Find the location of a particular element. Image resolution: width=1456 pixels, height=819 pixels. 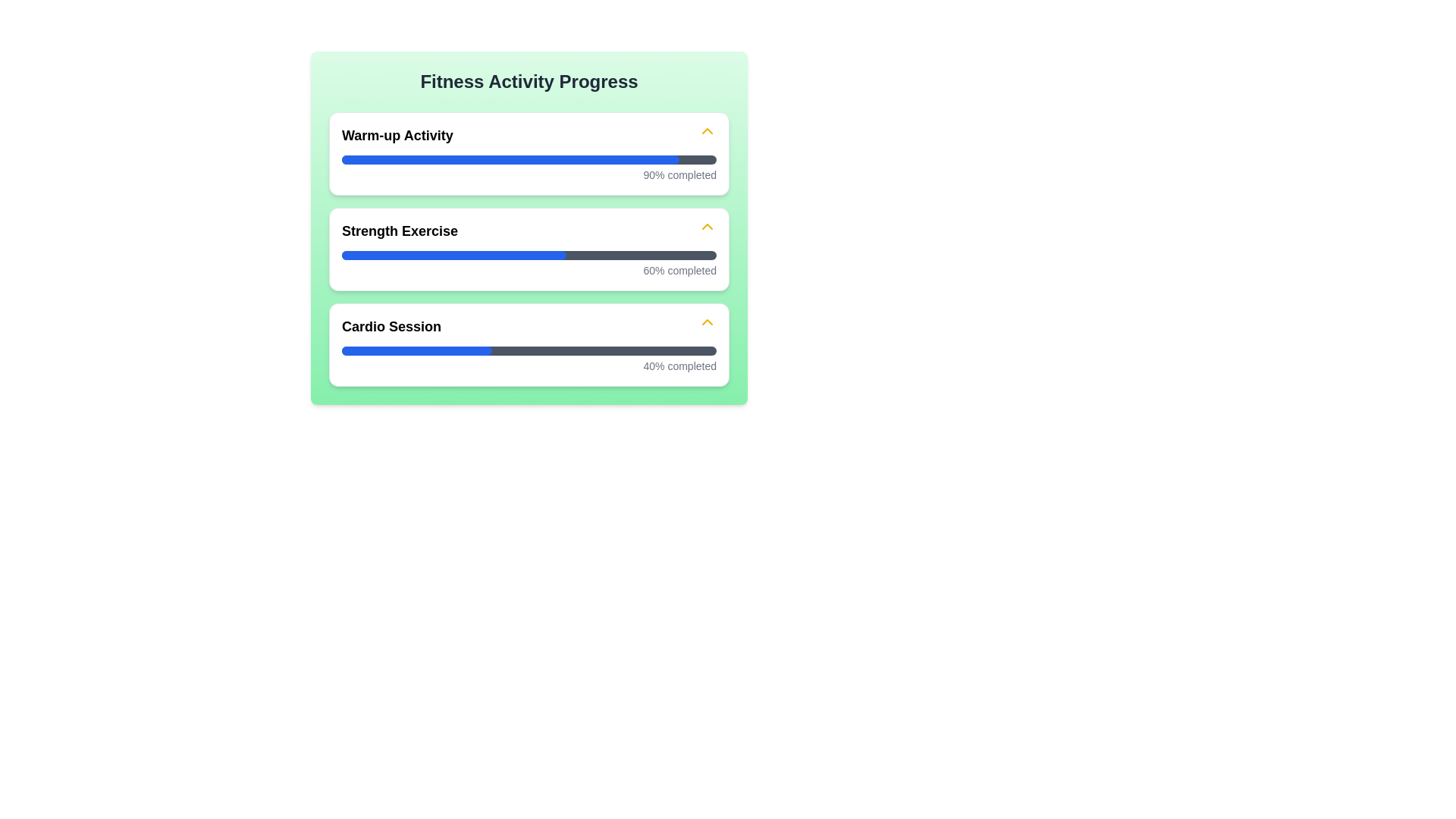

the horizontal progress bar located within the 'Warm-up Activity' card, which is visually represented by a gray background with a blue filled portion indicating progress is located at coordinates (529, 160).